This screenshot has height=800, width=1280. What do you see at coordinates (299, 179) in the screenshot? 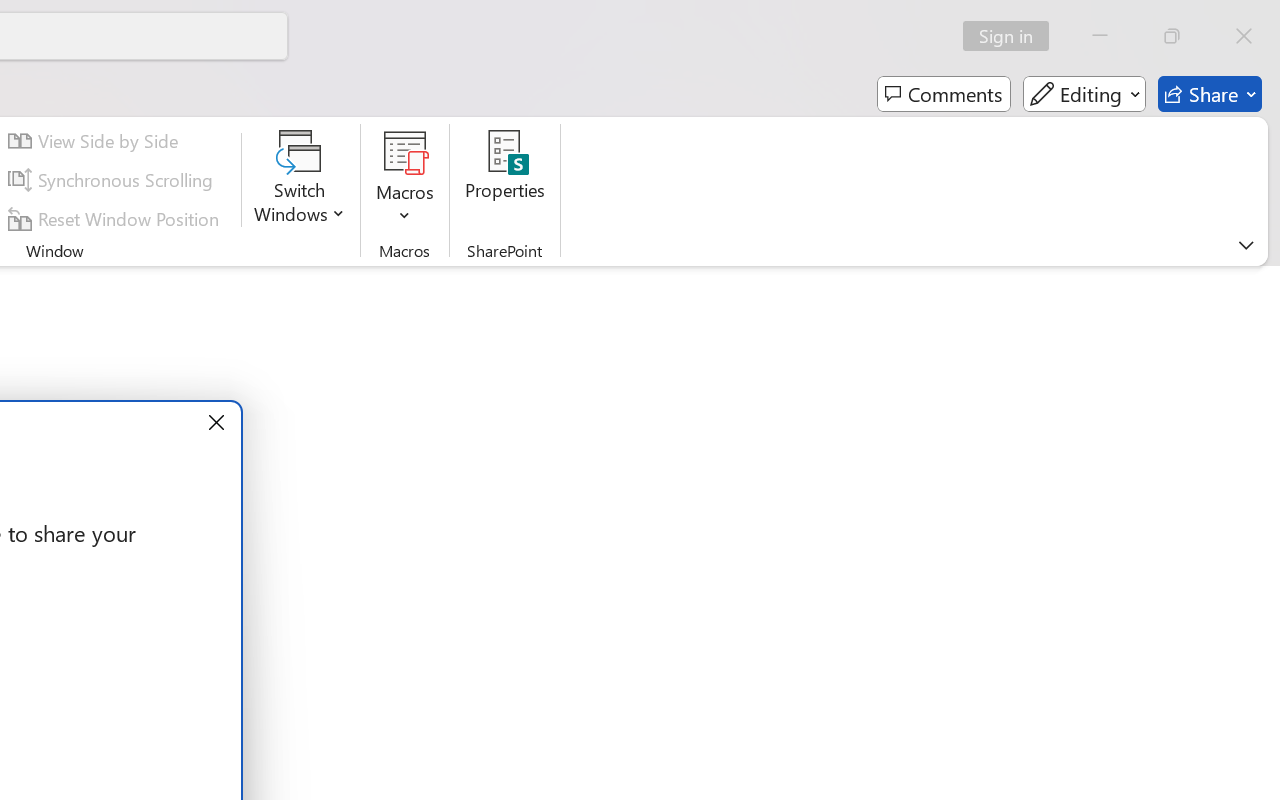
I see `'Switch Windows'` at bounding box center [299, 179].